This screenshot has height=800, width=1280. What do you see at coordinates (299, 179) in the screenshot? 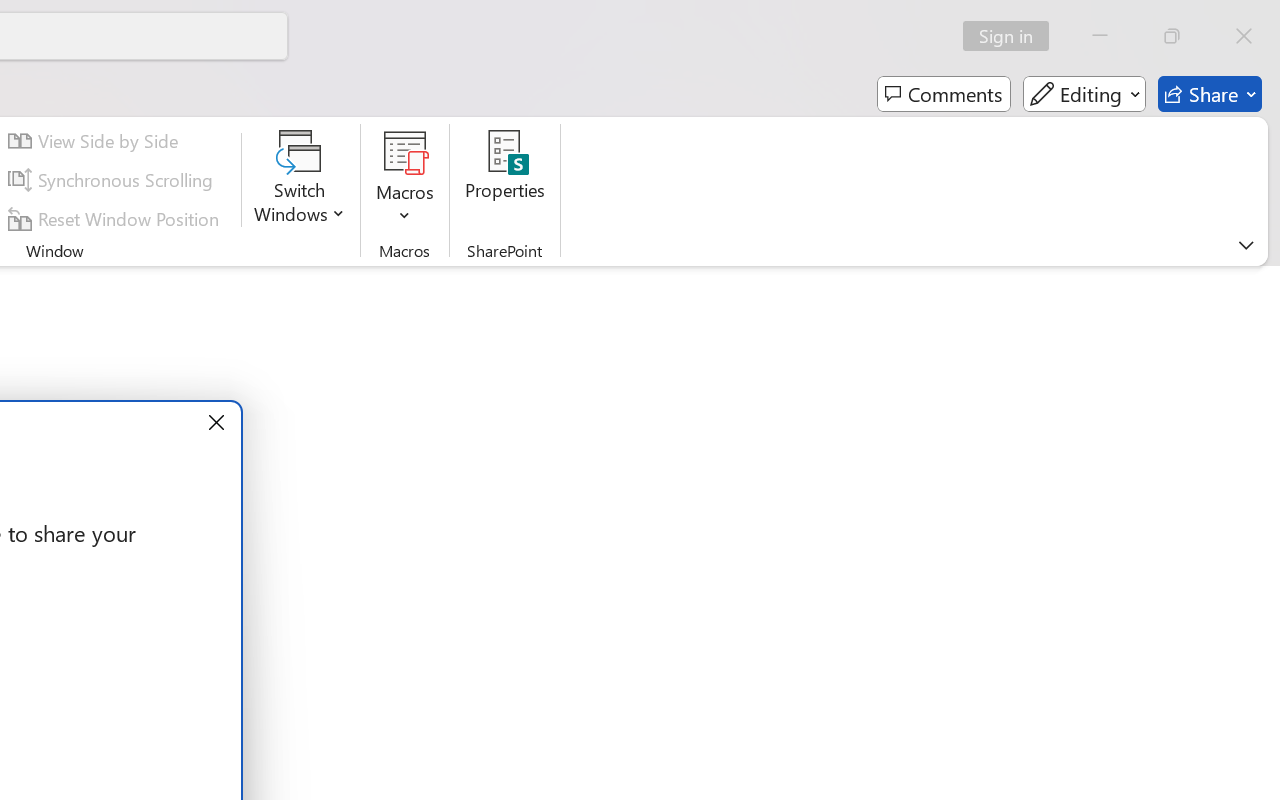
I see `'Switch Windows'` at bounding box center [299, 179].